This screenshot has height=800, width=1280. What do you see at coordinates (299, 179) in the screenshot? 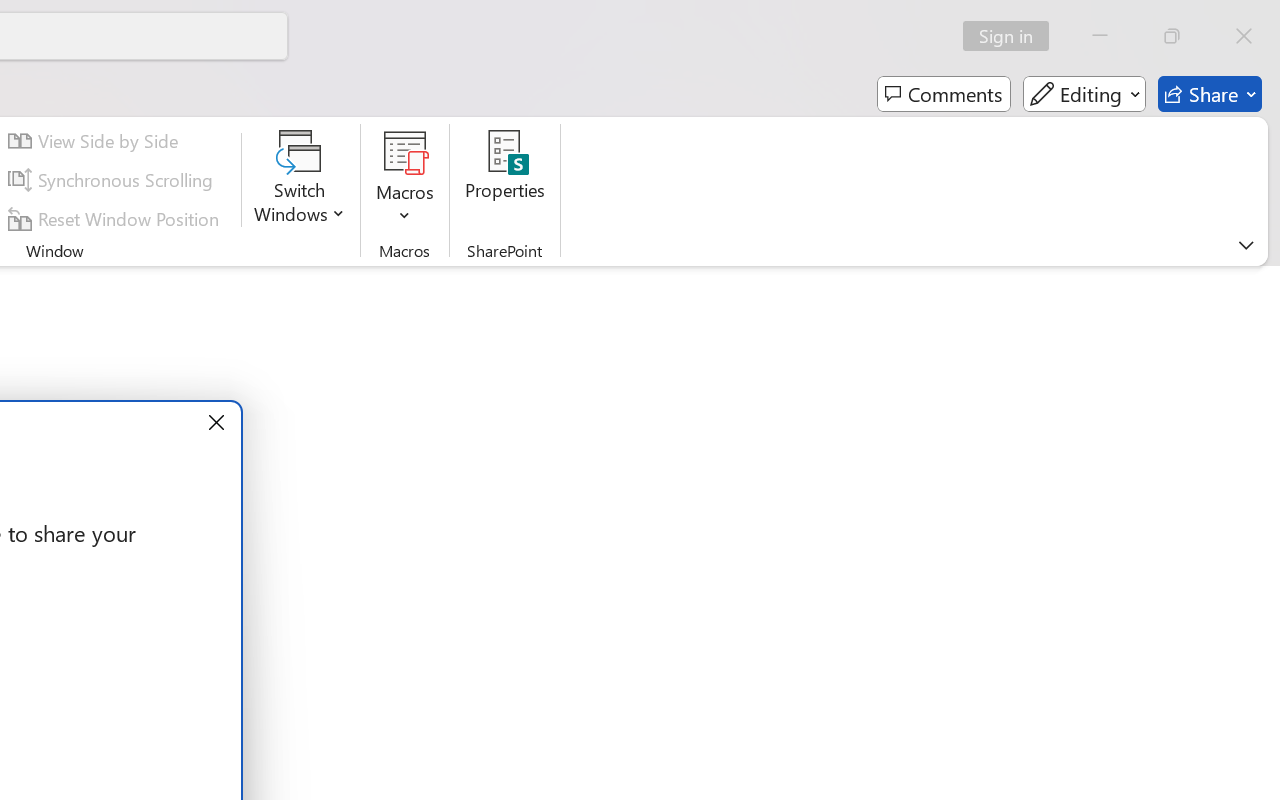
I see `'Switch Windows'` at bounding box center [299, 179].